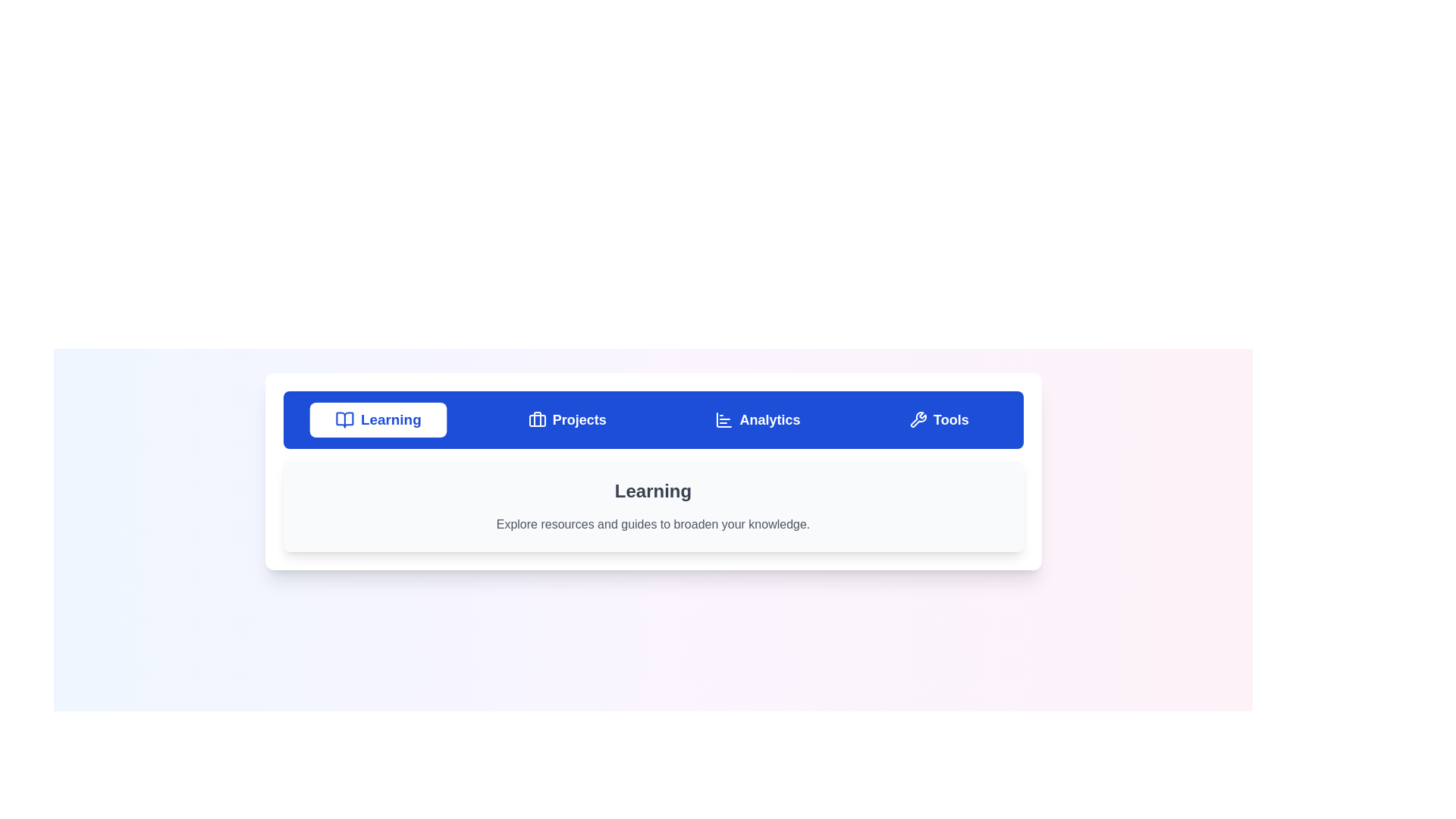 The height and width of the screenshot is (819, 1456). I want to click on text that states 'Explore resources and guides to broaden your knowledge.' which is styled in medium gray color and is center aligned, located below the heading 'Learning', so click(653, 523).